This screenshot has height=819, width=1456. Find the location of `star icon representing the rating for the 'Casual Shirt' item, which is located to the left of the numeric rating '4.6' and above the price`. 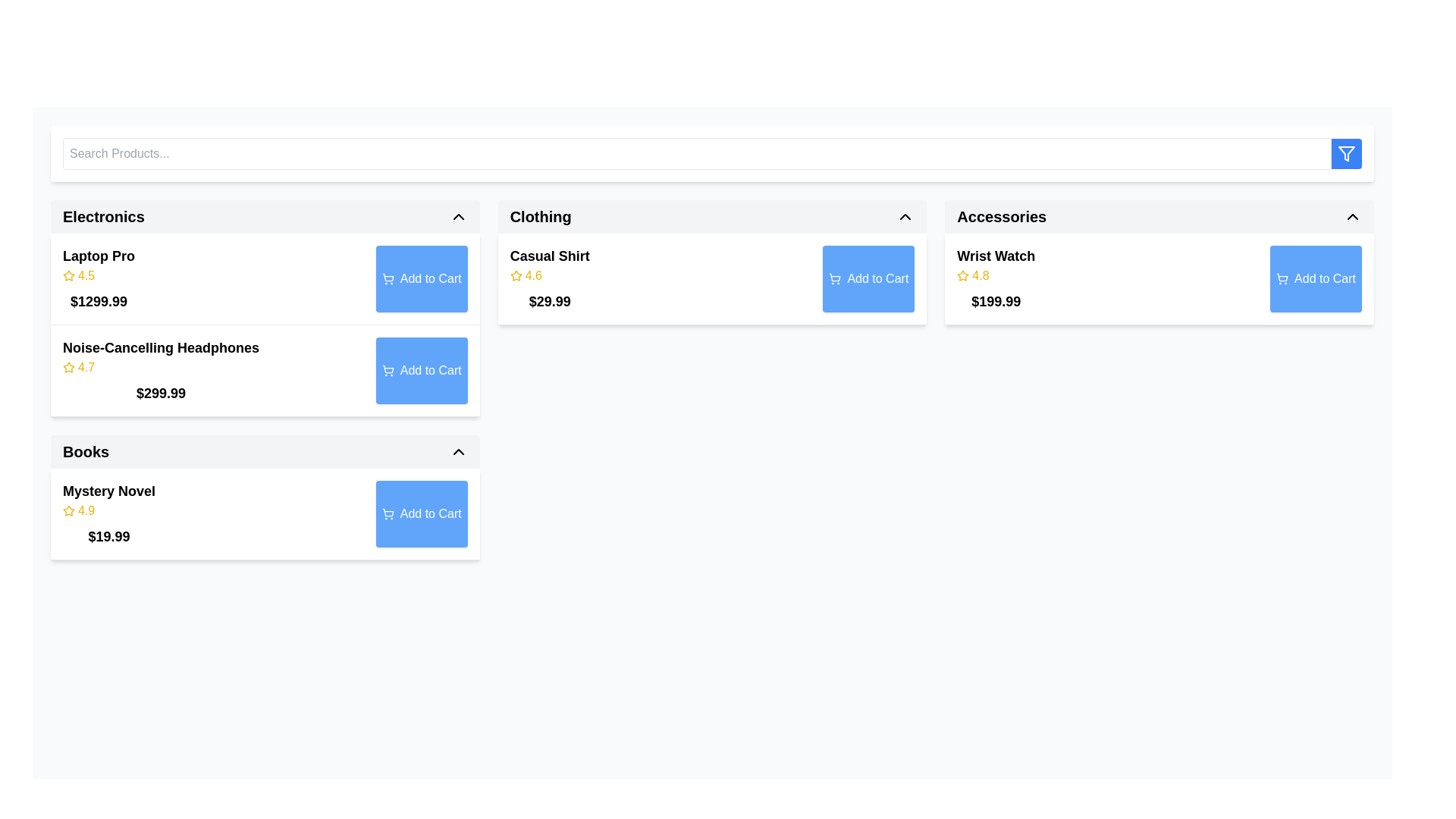

star icon representing the rating for the 'Casual Shirt' item, which is located to the left of the numeric rating '4.6' and above the price is located at coordinates (516, 275).